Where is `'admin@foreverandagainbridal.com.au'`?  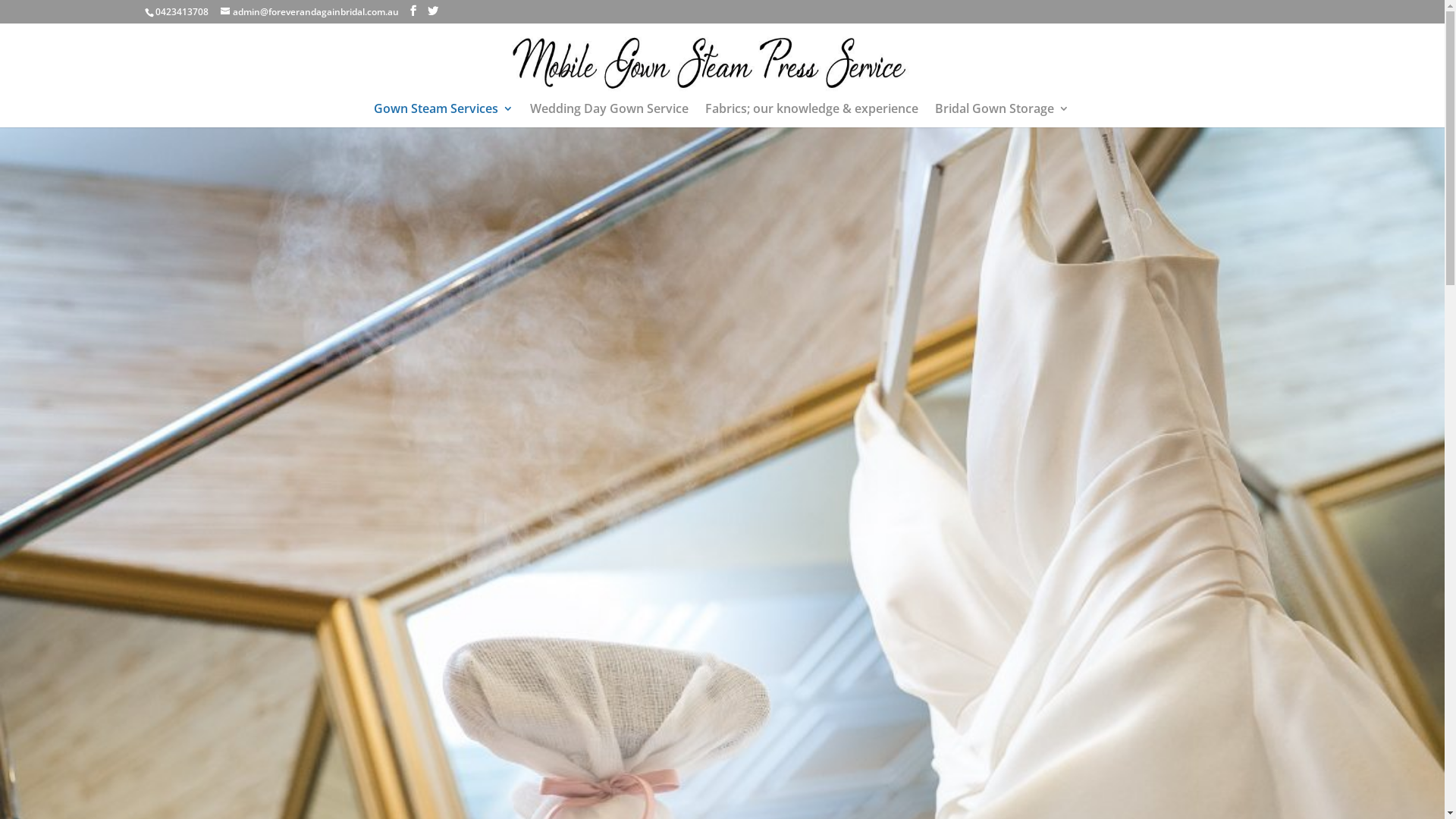
'admin@foreverandagainbridal.com.au' is located at coordinates (308, 11).